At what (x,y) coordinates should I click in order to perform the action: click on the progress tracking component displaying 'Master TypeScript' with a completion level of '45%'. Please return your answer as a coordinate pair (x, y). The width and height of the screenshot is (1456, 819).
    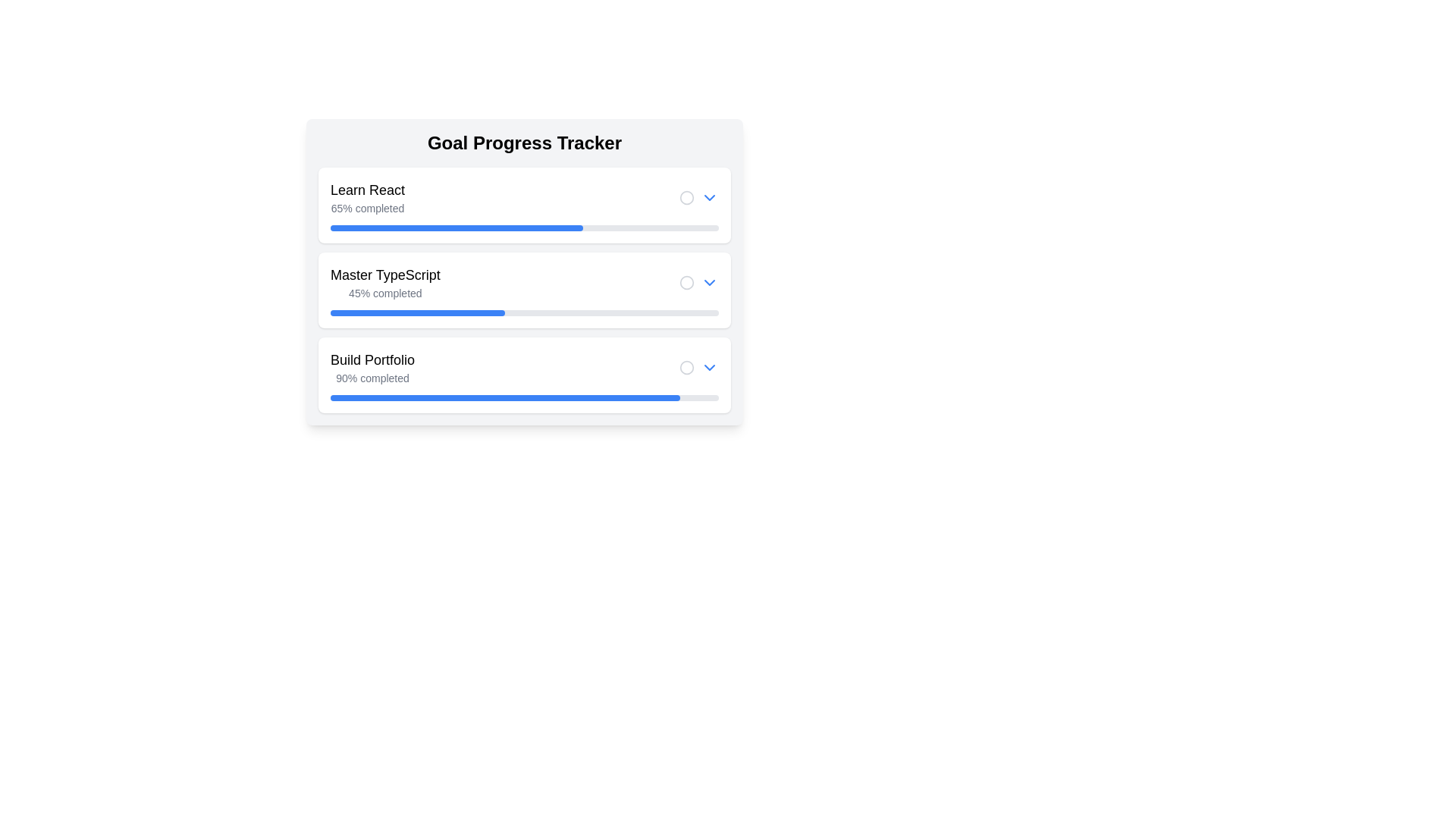
    Looking at the image, I should click on (524, 290).